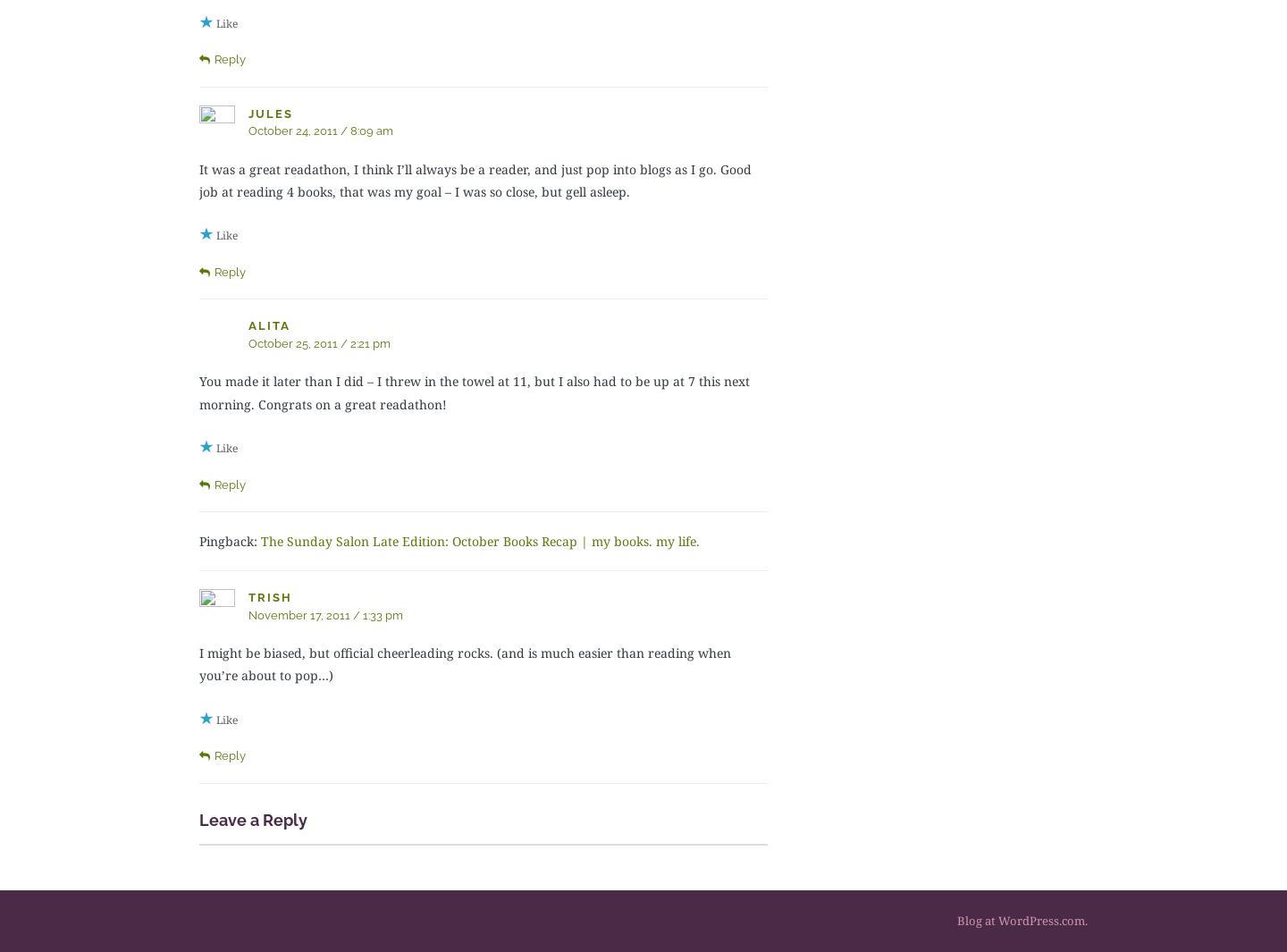 The width and height of the screenshot is (1287, 952). Describe the element at coordinates (252, 819) in the screenshot. I see `'Leave a Reply'` at that location.